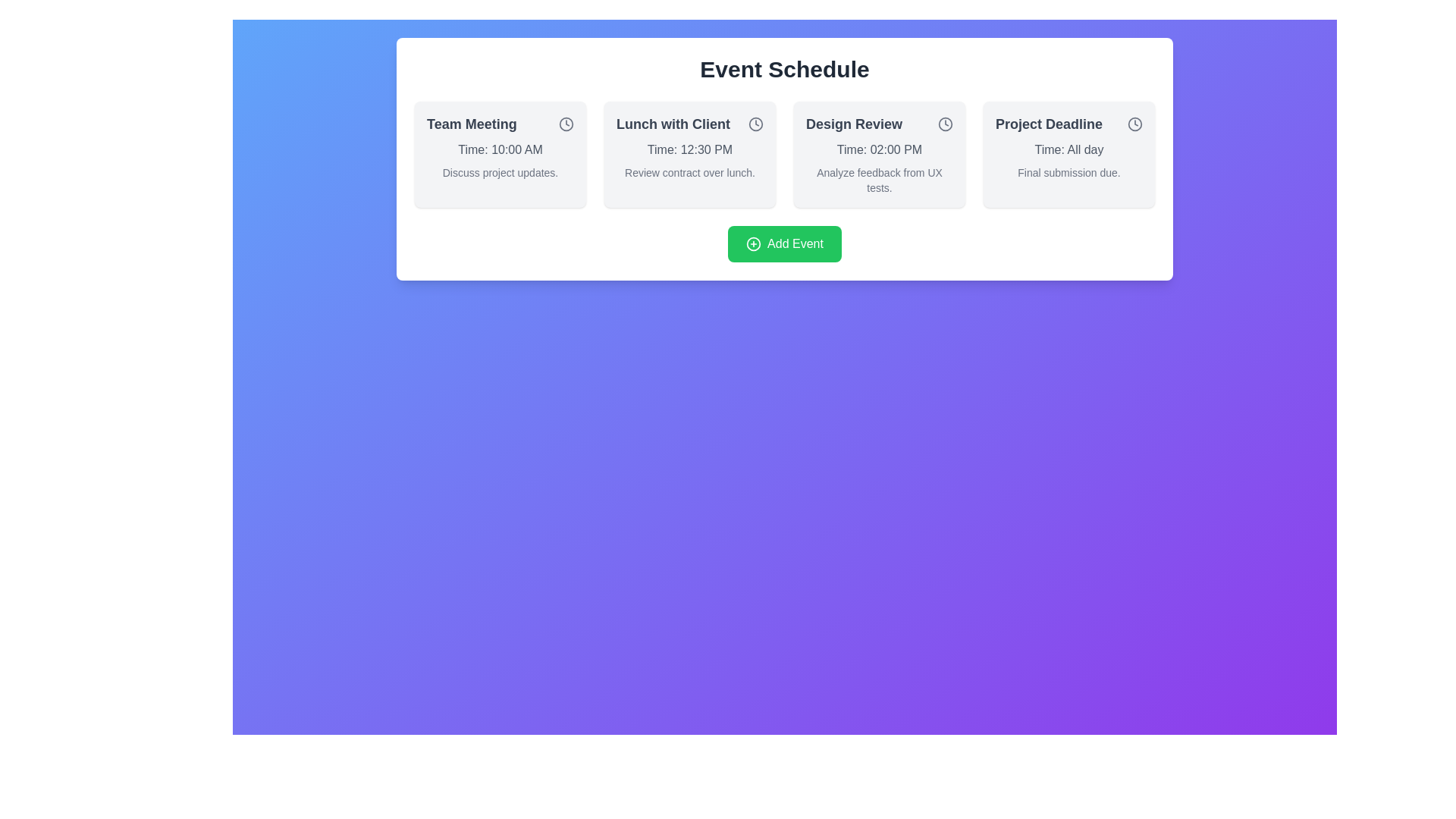 The width and height of the screenshot is (1456, 819). What do you see at coordinates (689, 155) in the screenshot?
I see `event details from the informational card located in the middle-right of the interface, which is the second element in a row of four cards` at bounding box center [689, 155].